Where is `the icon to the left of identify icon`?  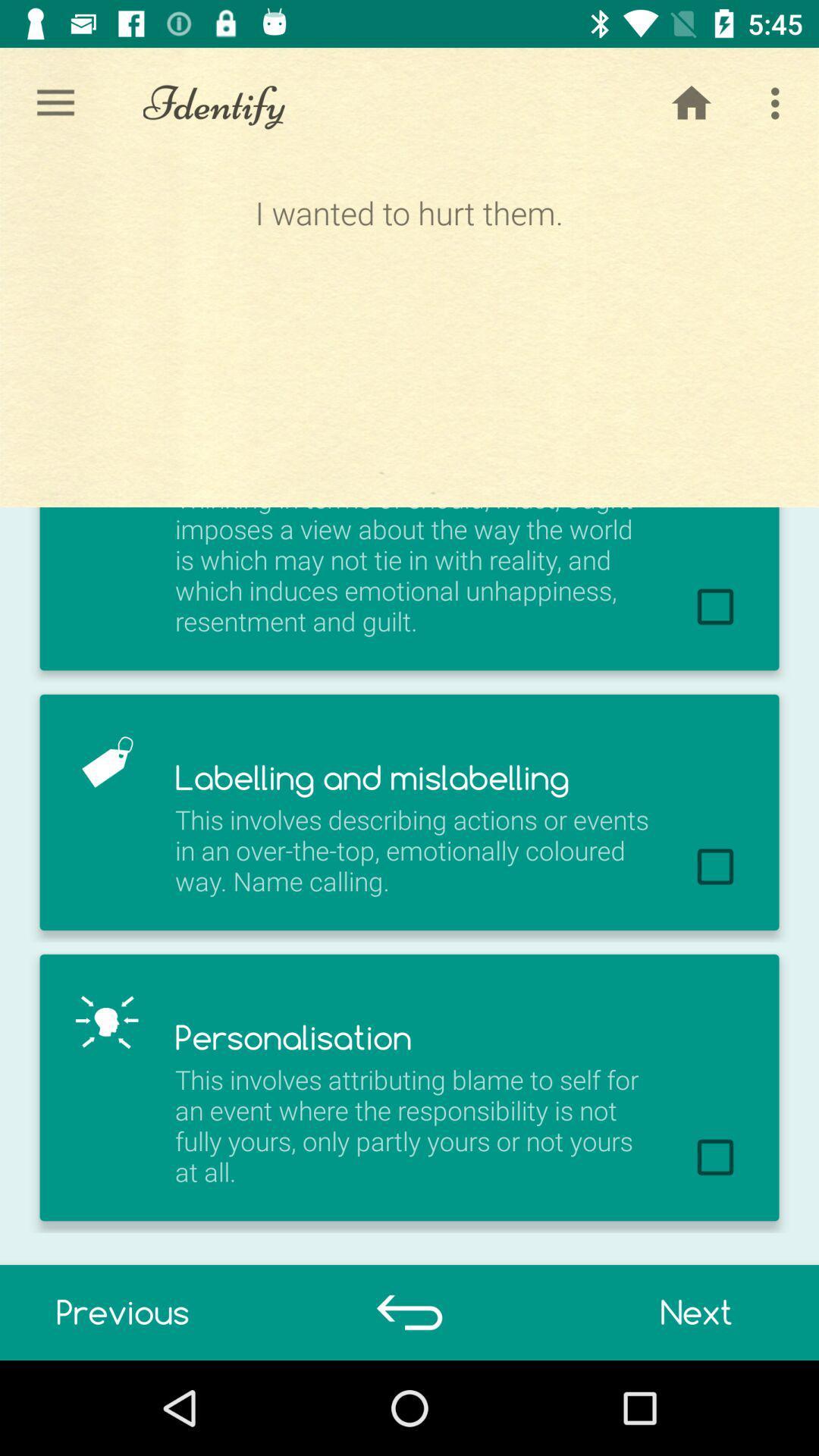 the icon to the left of identify icon is located at coordinates (55, 102).